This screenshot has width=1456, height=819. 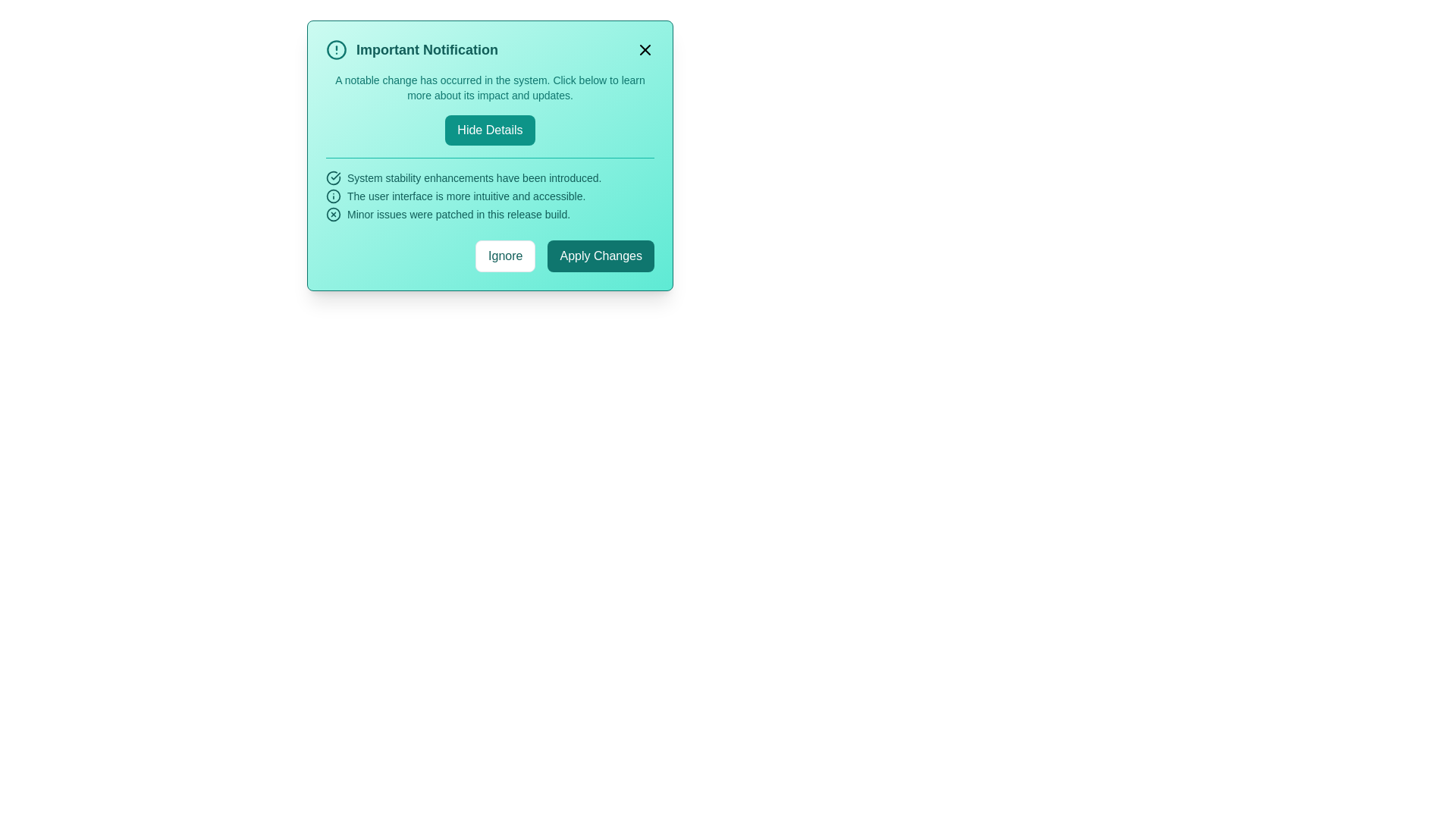 What do you see at coordinates (490, 49) in the screenshot?
I see `the text in the notification card header` at bounding box center [490, 49].